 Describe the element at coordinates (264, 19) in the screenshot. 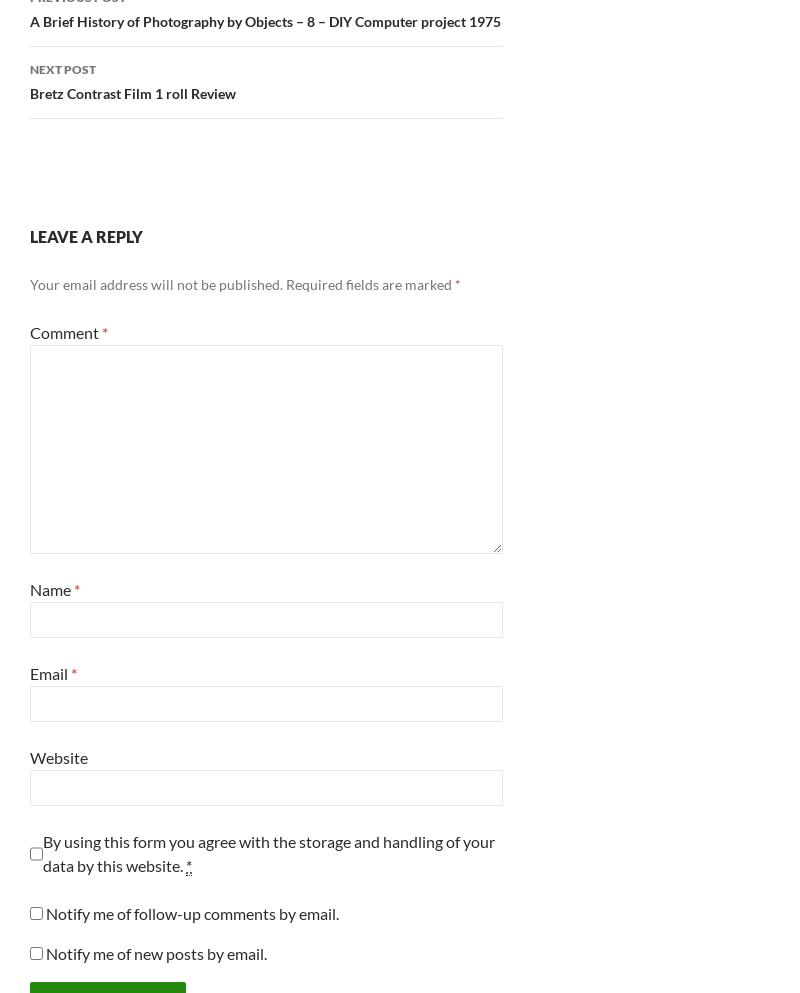

I see `'A Brief History of Photography by Objects – 8 – DIY Computer project 1975'` at that location.